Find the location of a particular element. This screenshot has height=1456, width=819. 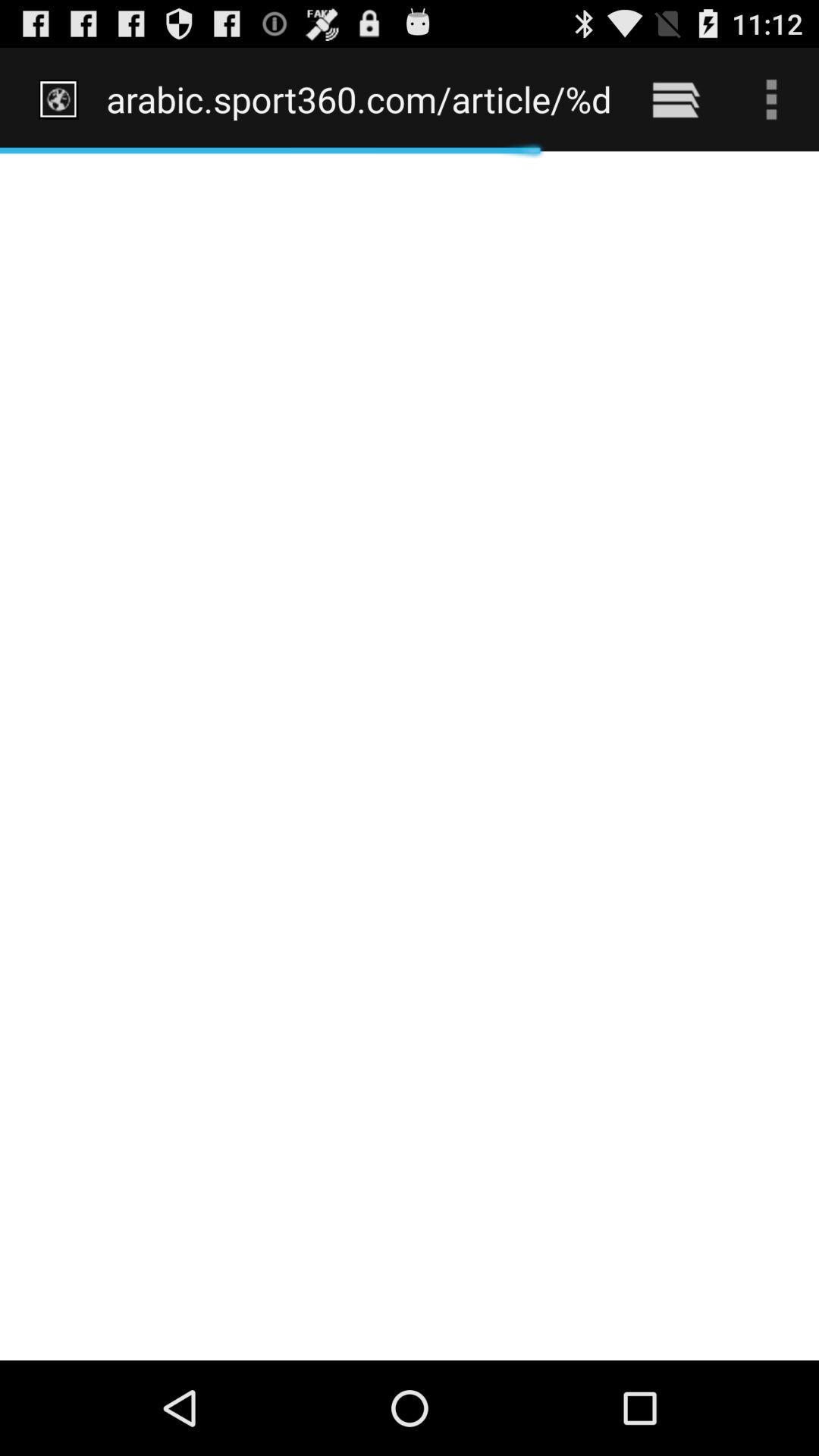

the icon to the right of the arabic sport360 com is located at coordinates (675, 99).